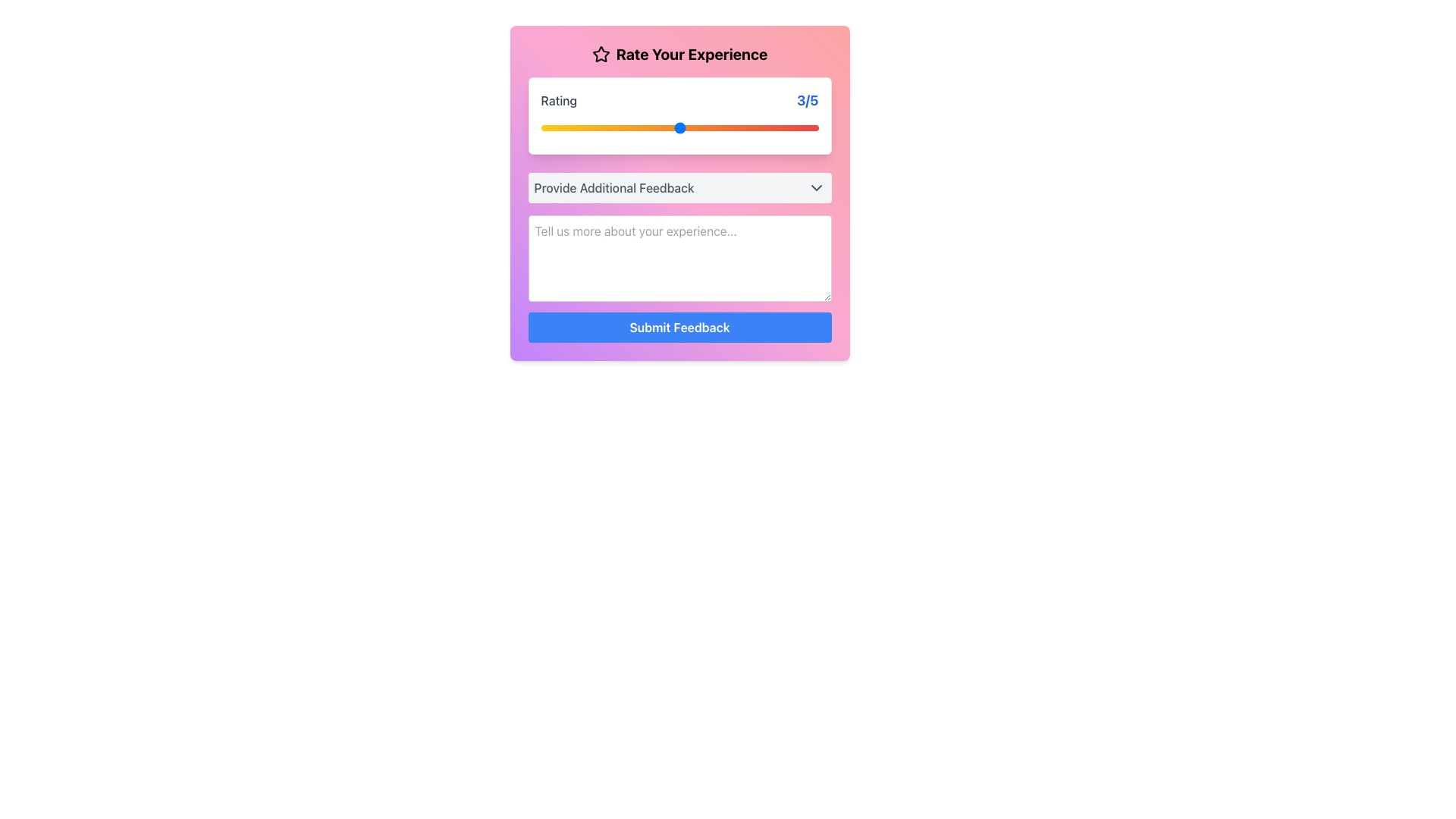  Describe the element at coordinates (600, 53) in the screenshot. I see `the star-shaped icon with a pink outline, located next to the title 'Rate Your Experience' in the top section of the card-like widget` at that location.